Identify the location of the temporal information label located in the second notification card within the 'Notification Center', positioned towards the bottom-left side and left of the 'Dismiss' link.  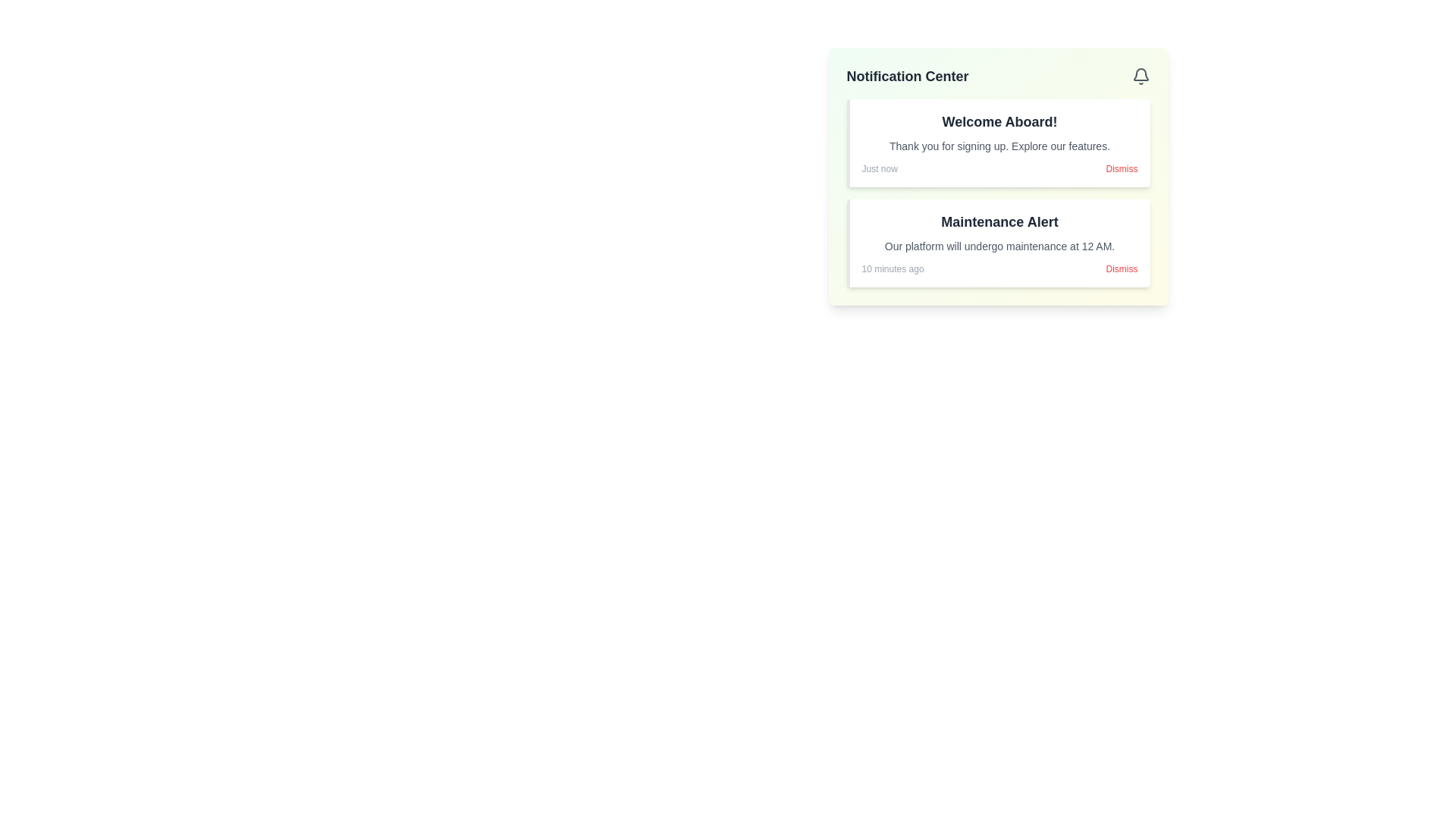
(893, 268).